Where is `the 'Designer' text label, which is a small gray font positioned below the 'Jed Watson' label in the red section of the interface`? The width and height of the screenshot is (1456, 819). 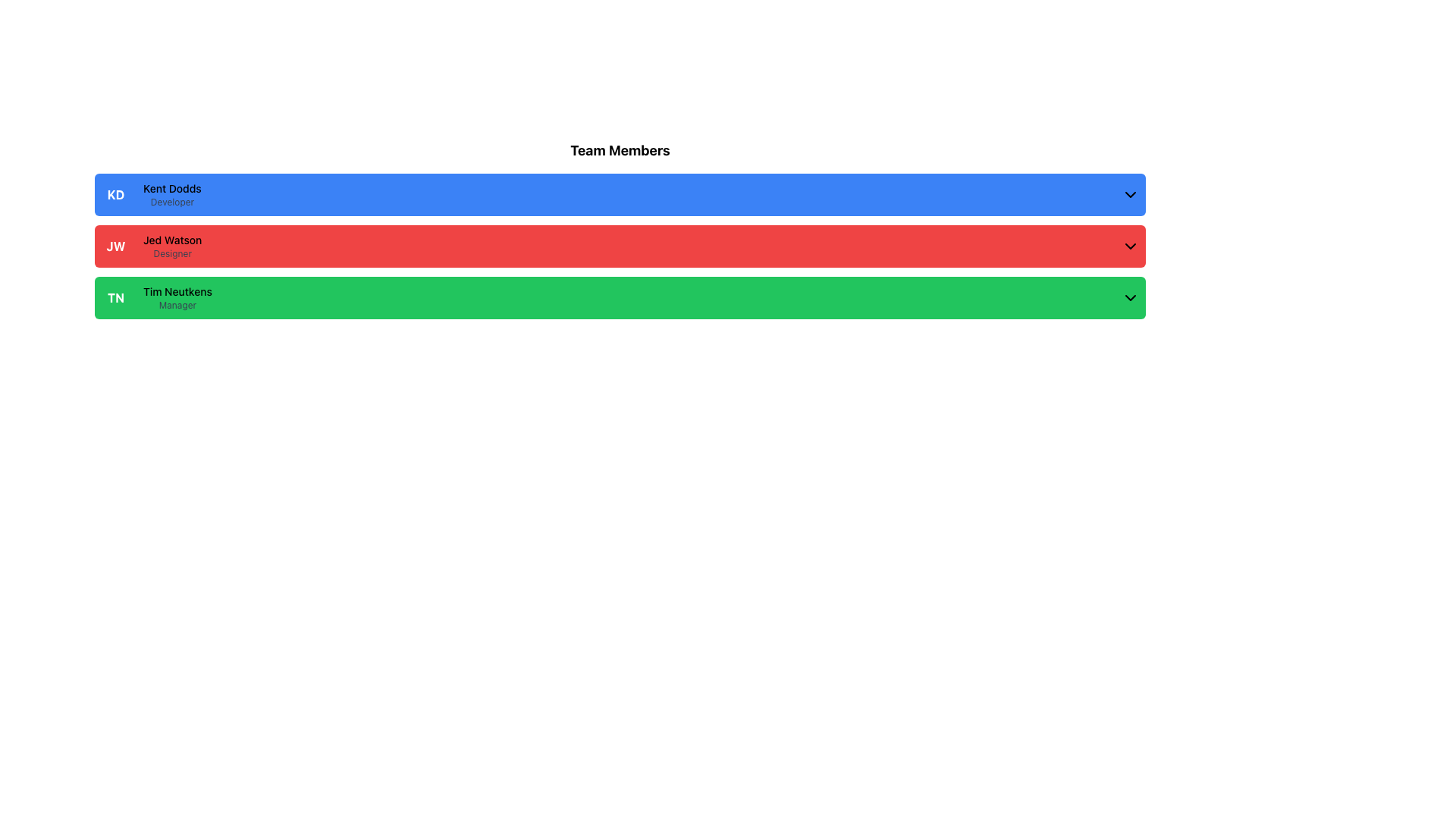 the 'Designer' text label, which is a small gray font positioned below the 'Jed Watson' label in the red section of the interface is located at coordinates (172, 253).